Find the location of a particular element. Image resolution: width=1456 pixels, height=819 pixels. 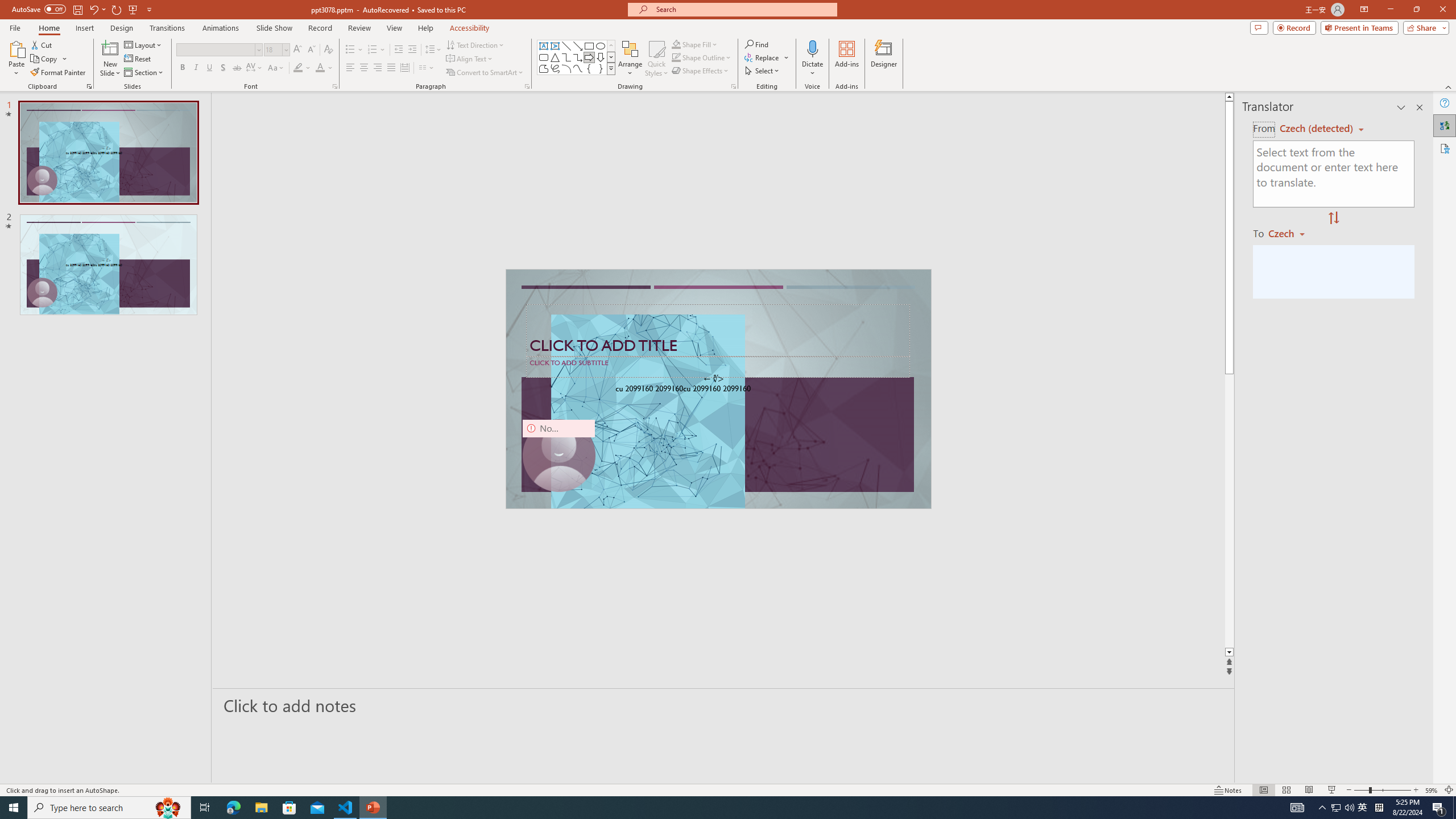

'Camera 9, No camera detected.' is located at coordinates (558, 455).